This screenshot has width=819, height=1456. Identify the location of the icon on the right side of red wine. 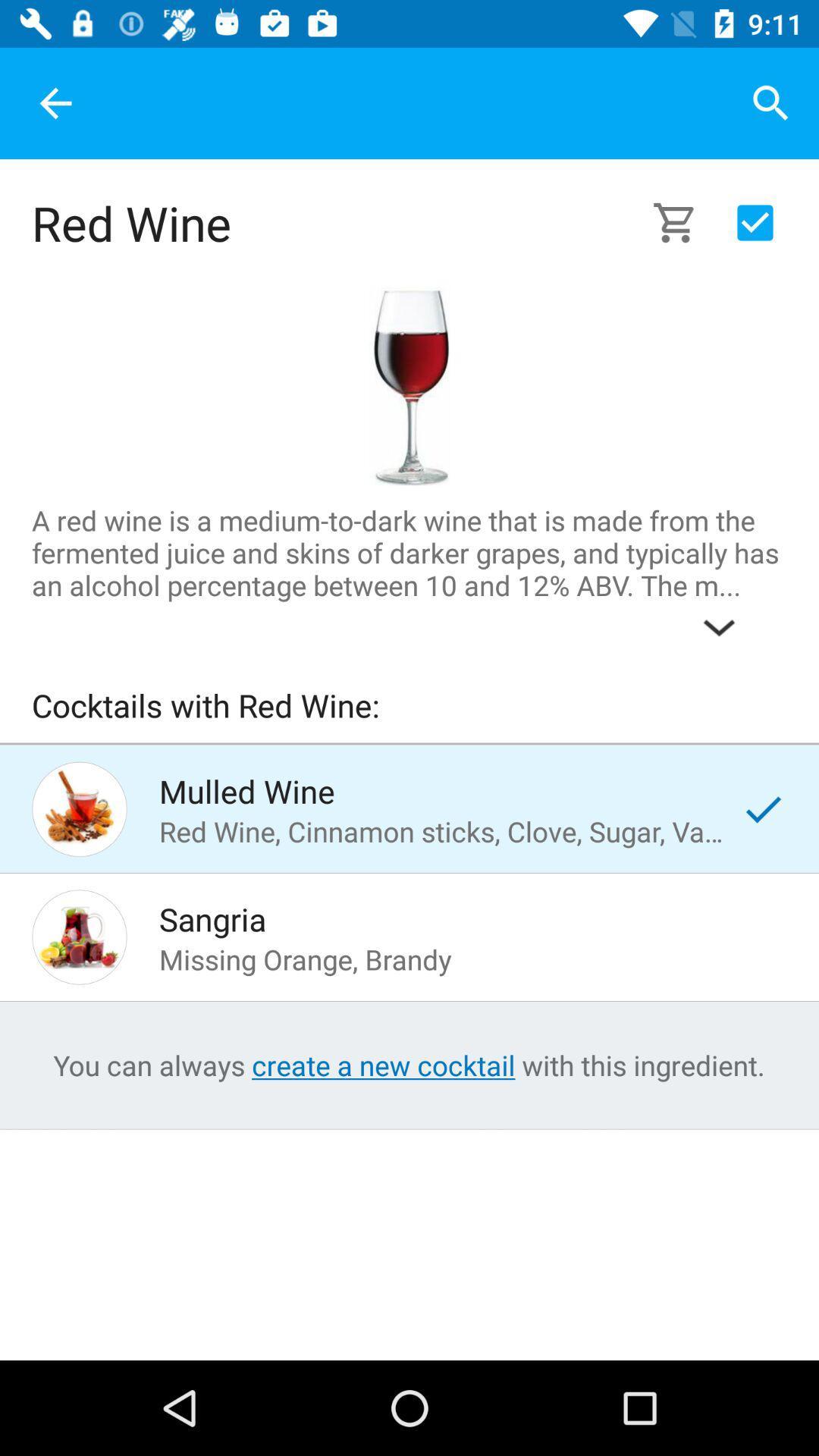
(683, 221).